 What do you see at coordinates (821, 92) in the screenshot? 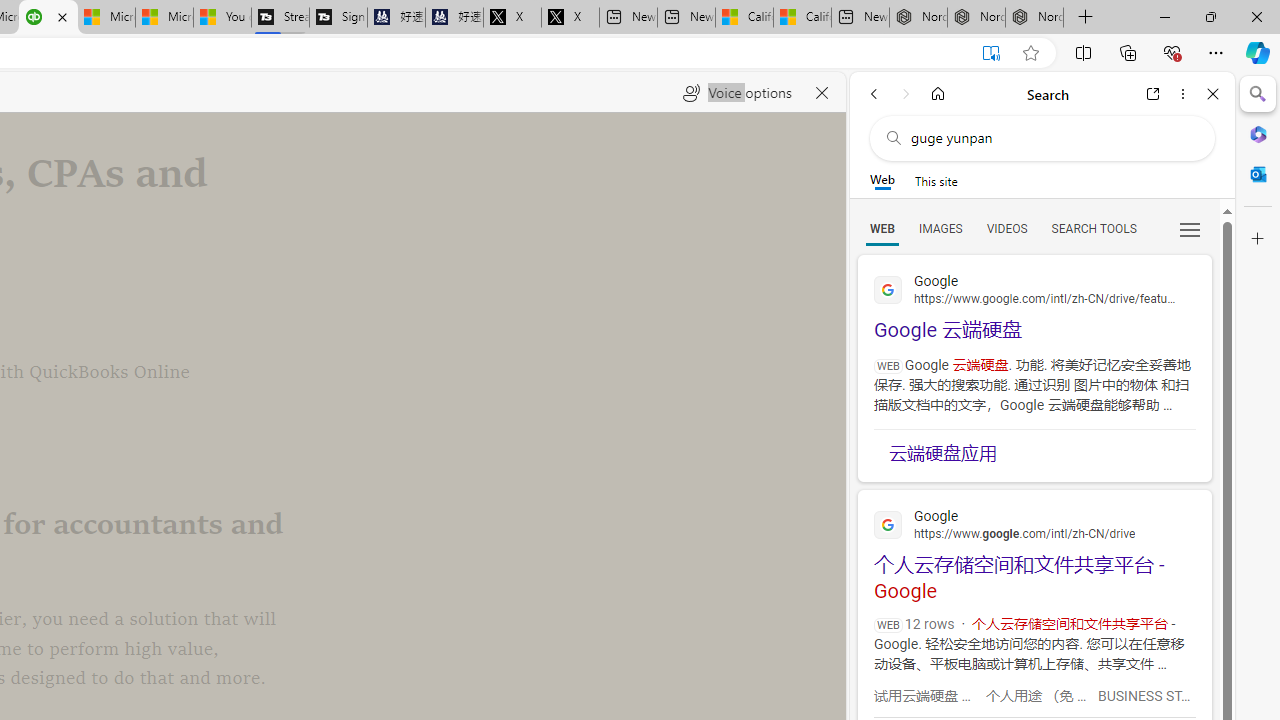
I see `'Close read aloud'` at bounding box center [821, 92].